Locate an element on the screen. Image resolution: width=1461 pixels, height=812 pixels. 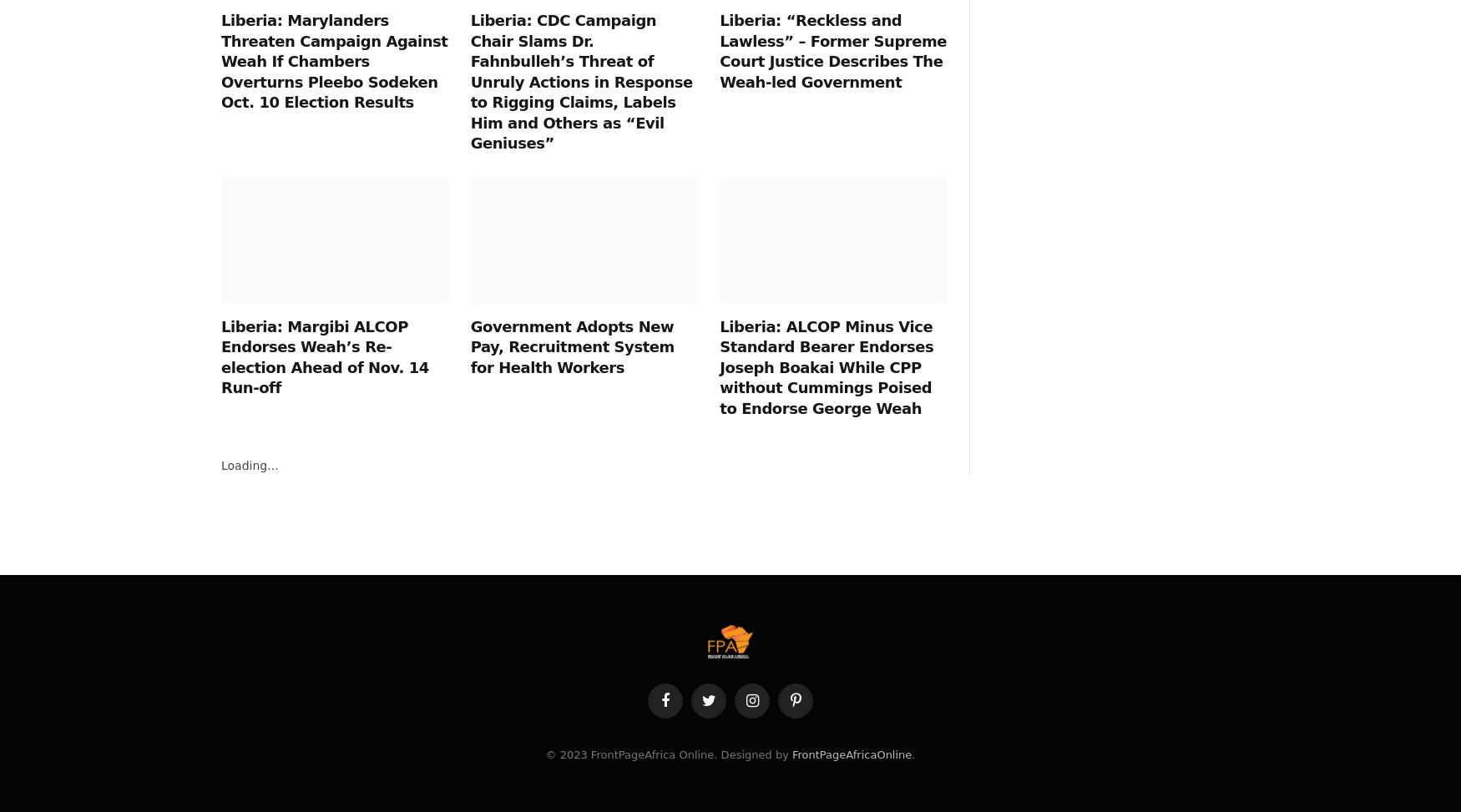
'Liberia: Marylanders Threaten Campaign Against Weah If Chambers Overturns Pleebo Sodeken Oct. 10 Election Results' is located at coordinates (333, 60).